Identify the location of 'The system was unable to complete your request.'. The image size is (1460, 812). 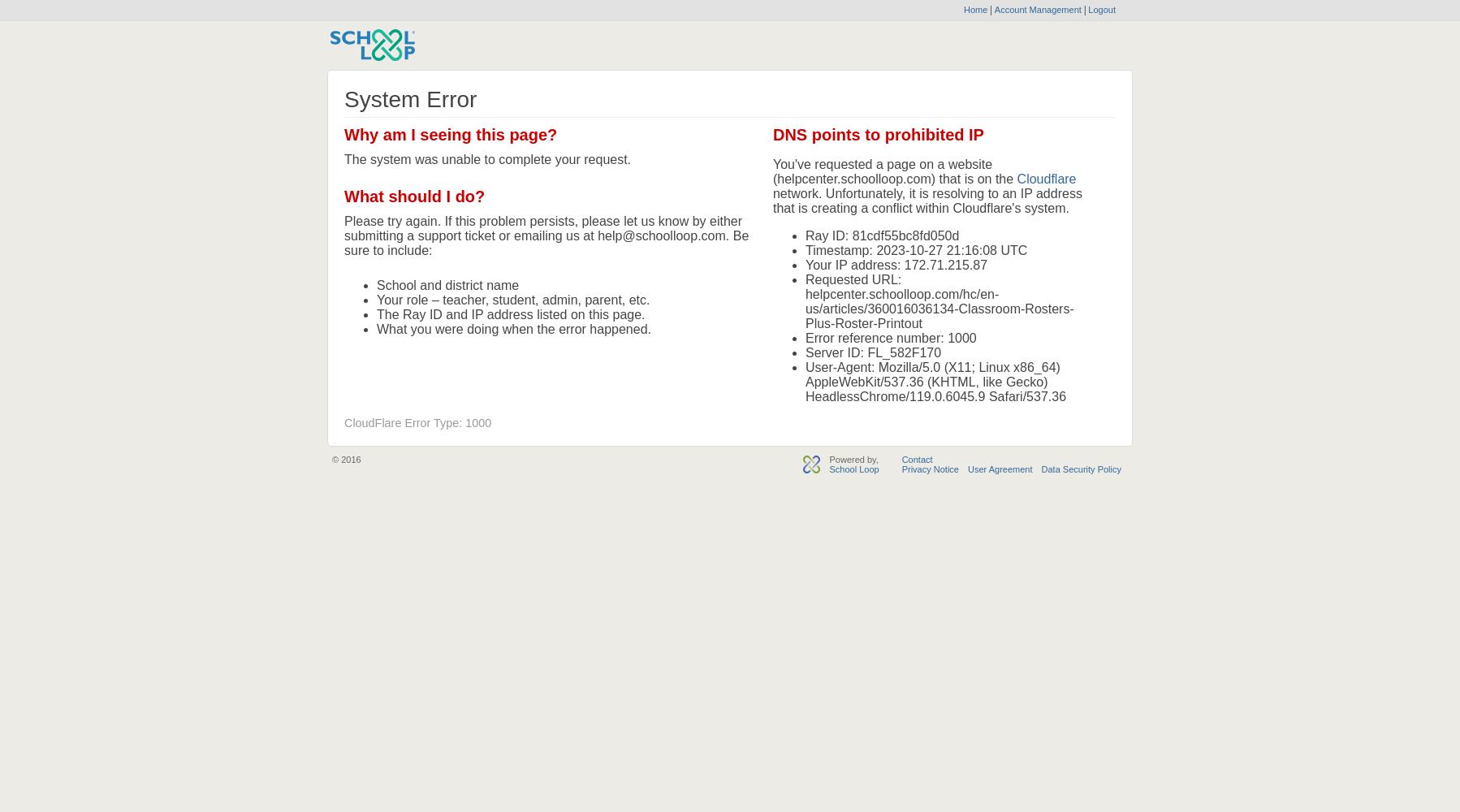
(486, 158).